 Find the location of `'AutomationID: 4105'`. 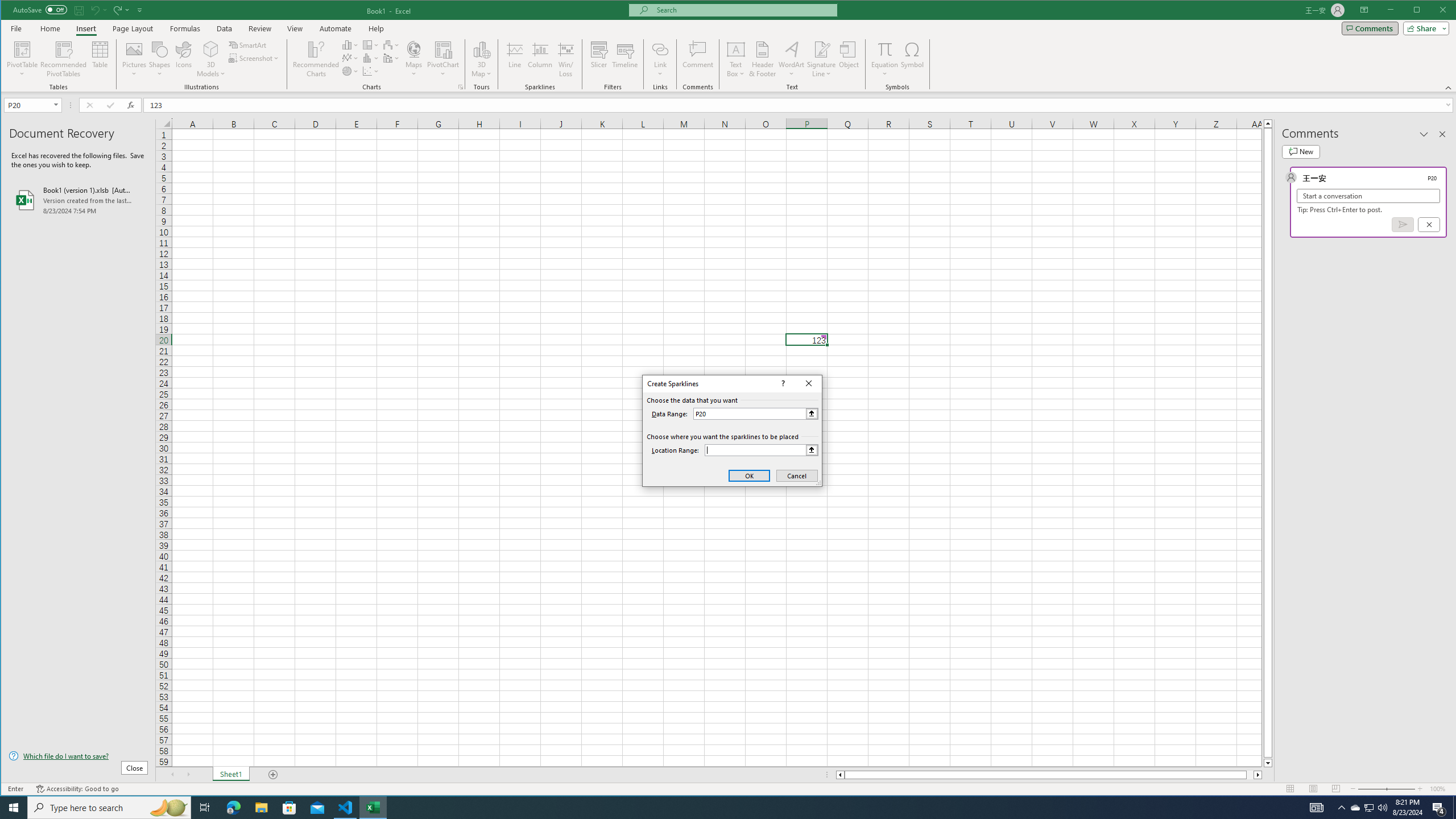

'AutomationID: 4105' is located at coordinates (1317, 806).